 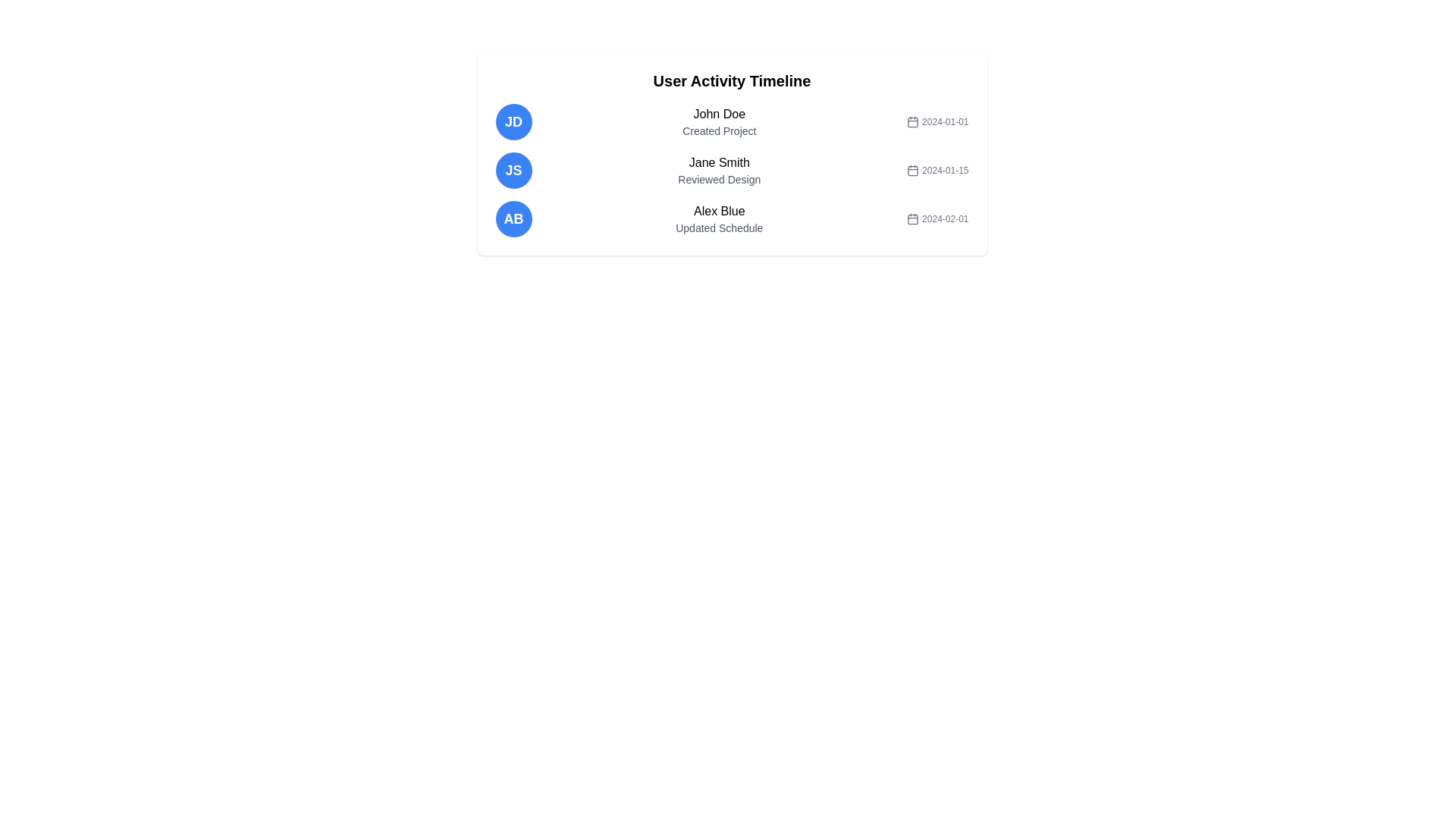 What do you see at coordinates (718, 130) in the screenshot?
I see `the text label that specifies the activity as 'Created Project', which is positioned below the sibling text 'John Doe'` at bounding box center [718, 130].